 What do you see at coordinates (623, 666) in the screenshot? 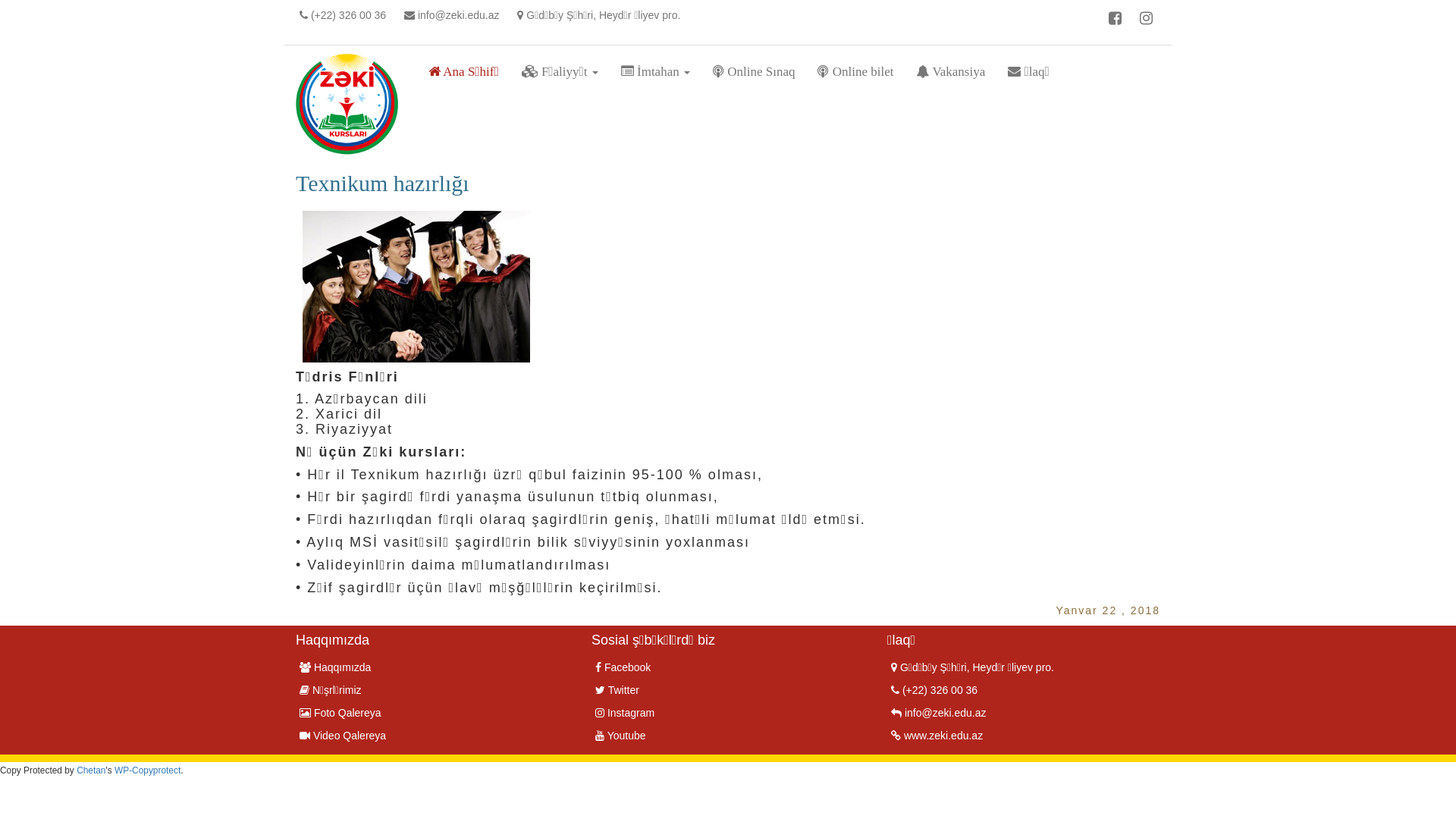
I see `'Facebook'` at bounding box center [623, 666].